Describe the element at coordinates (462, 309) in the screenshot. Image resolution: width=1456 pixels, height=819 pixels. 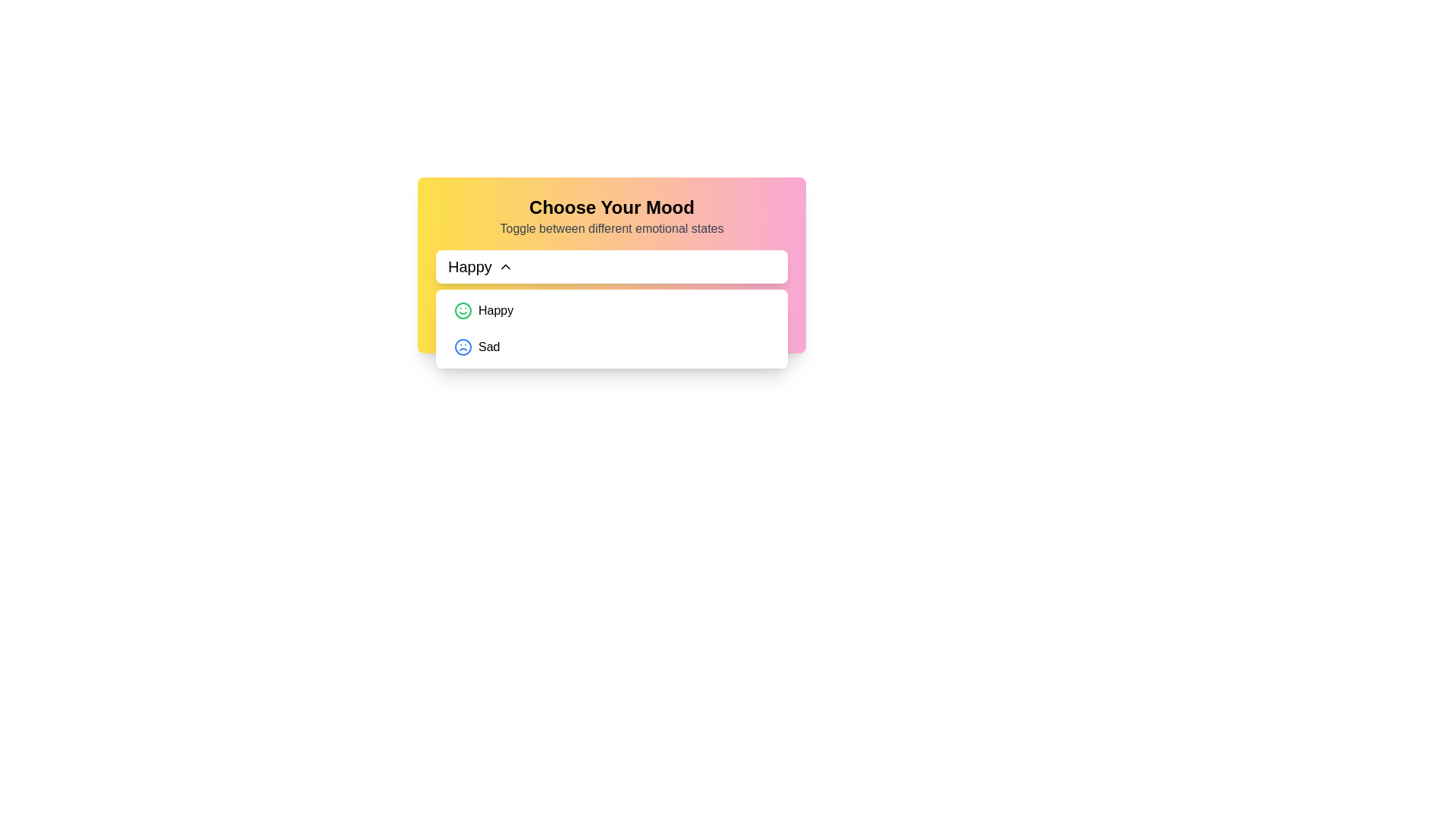
I see `the green circular outline icon with a smiley face design located in the 'Happy' option of the dropdown menu` at that location.